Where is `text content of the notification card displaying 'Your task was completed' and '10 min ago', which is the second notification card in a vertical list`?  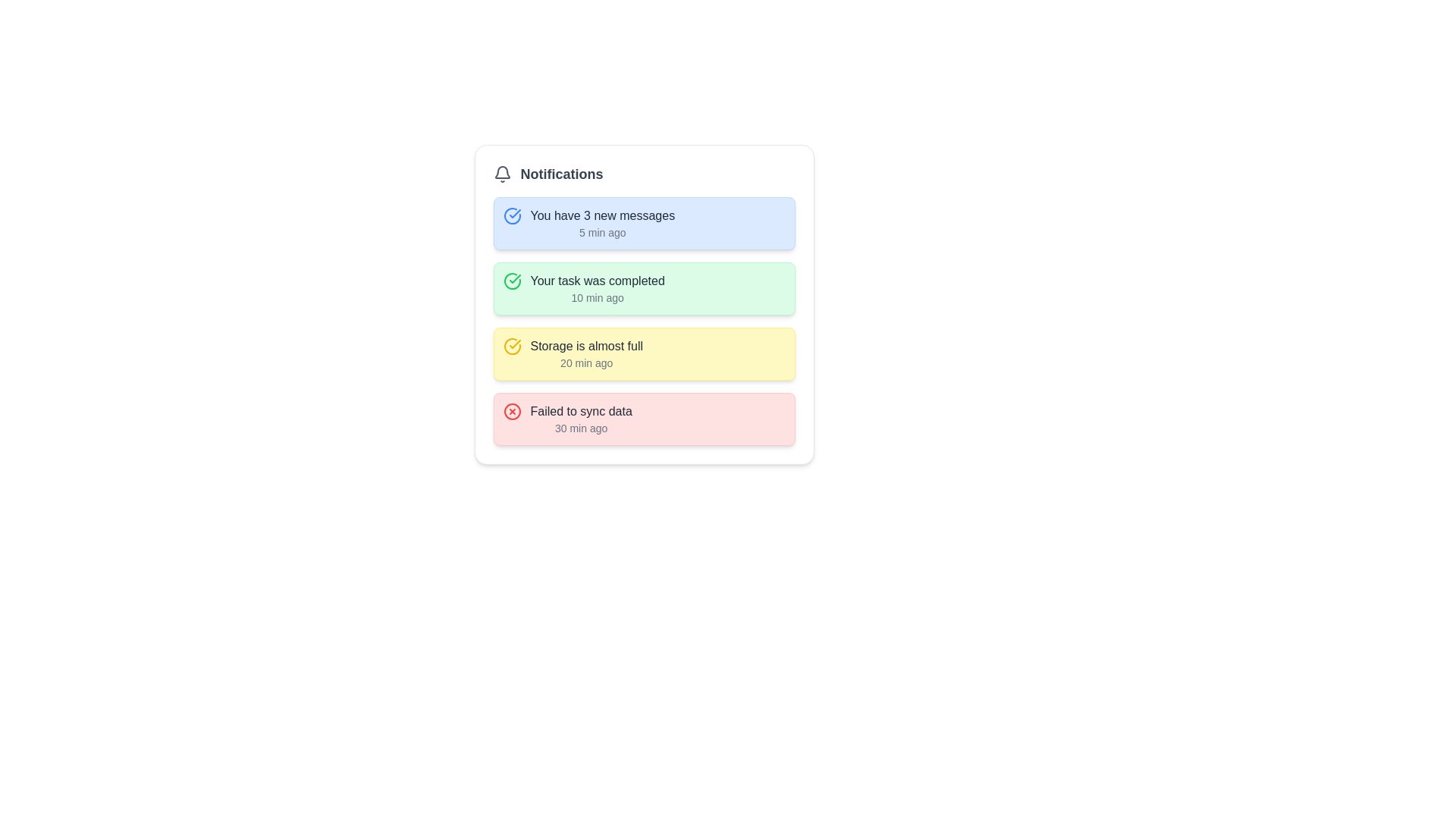
text content of the notification card displaying 'Your task was completed' and '10 min ago', which is the second notification card in a vertical list is located at coordinates (597, 289).